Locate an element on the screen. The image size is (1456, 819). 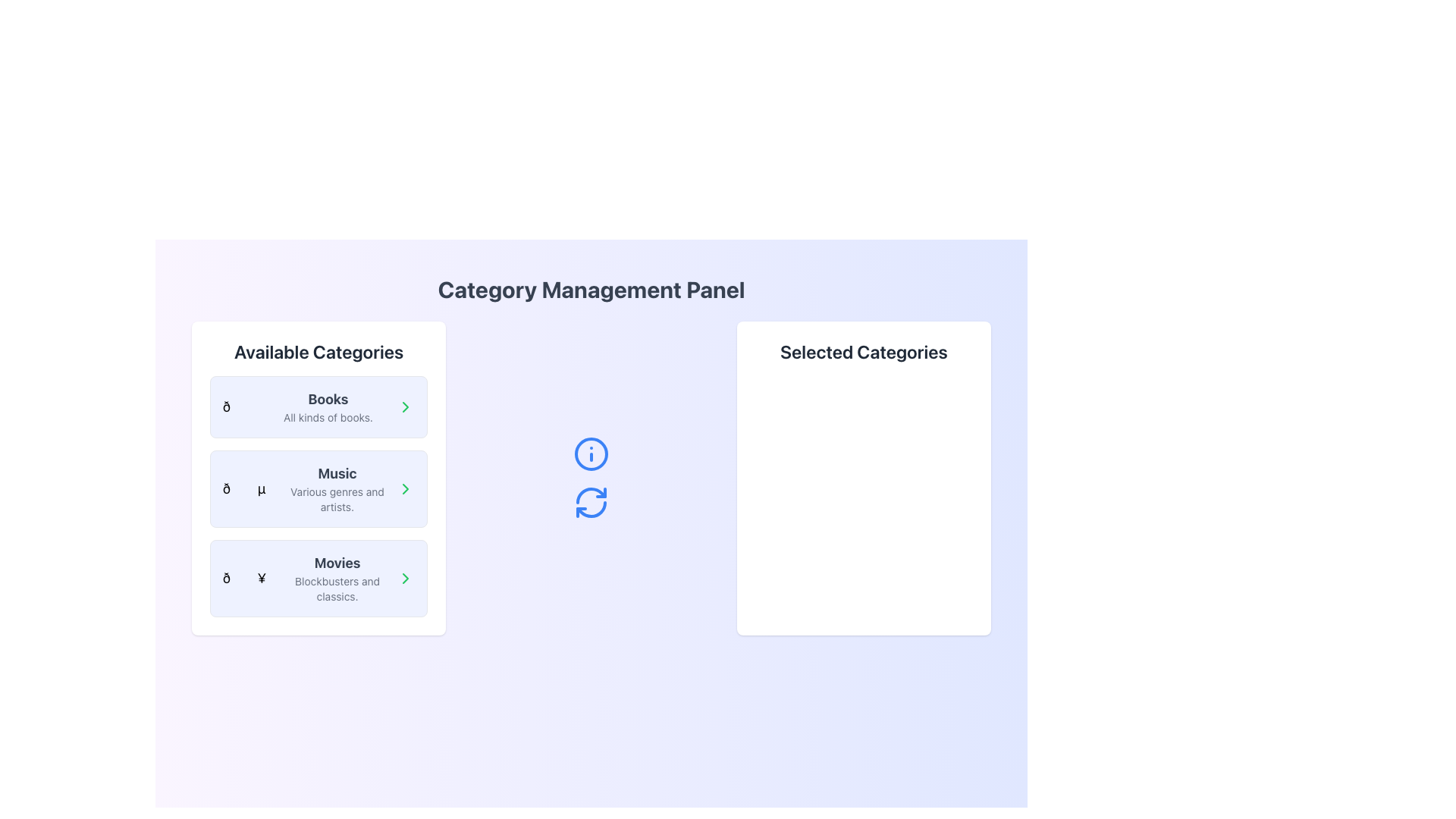
the 'Movies' category list item, which is the third item in the vertically stacked list under 'Available Categories' on the left side of the interface is located at coordinates (318, 579).